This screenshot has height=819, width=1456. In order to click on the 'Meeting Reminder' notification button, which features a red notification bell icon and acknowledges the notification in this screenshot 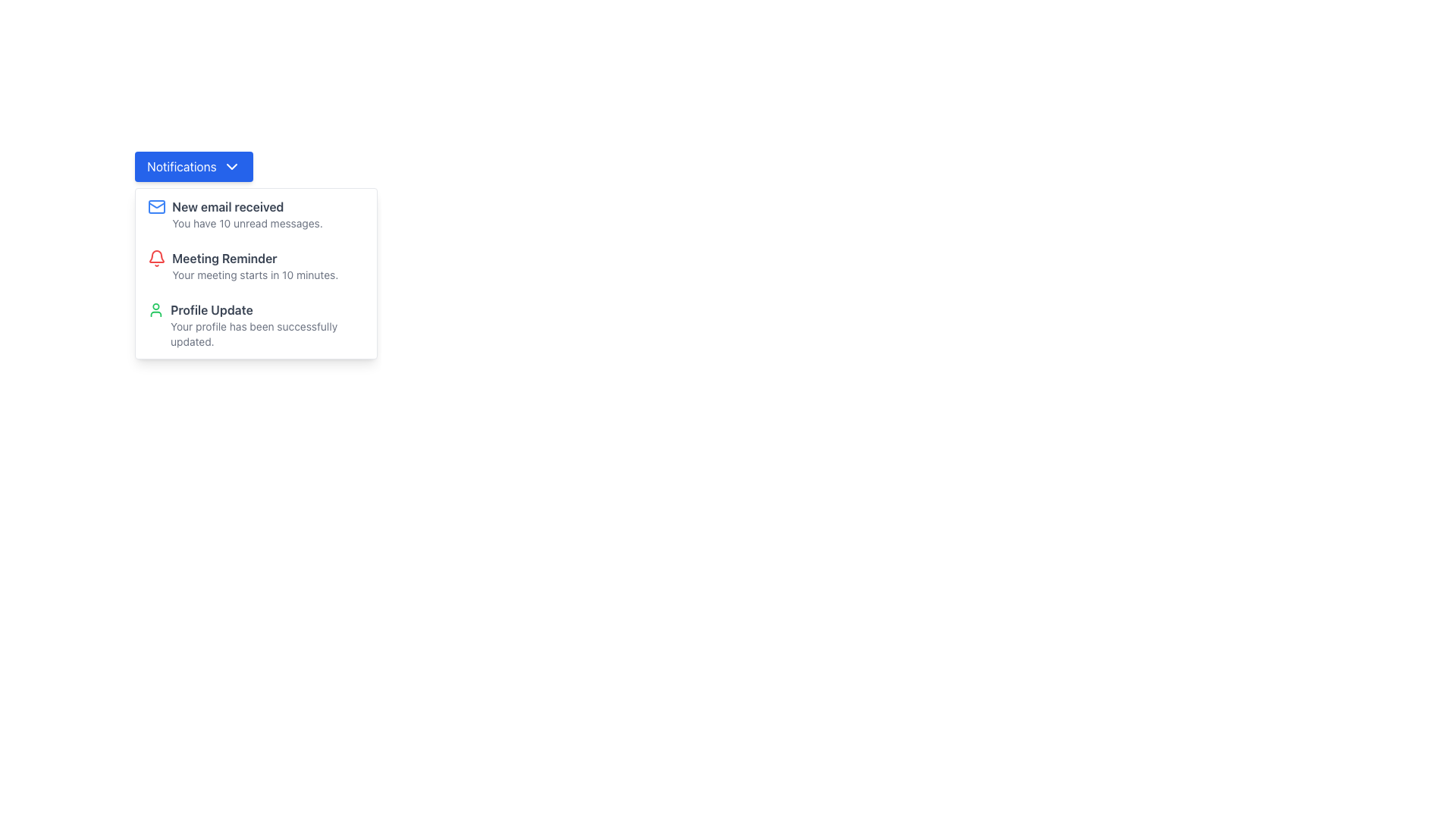, I will do `click(256, 265)`.